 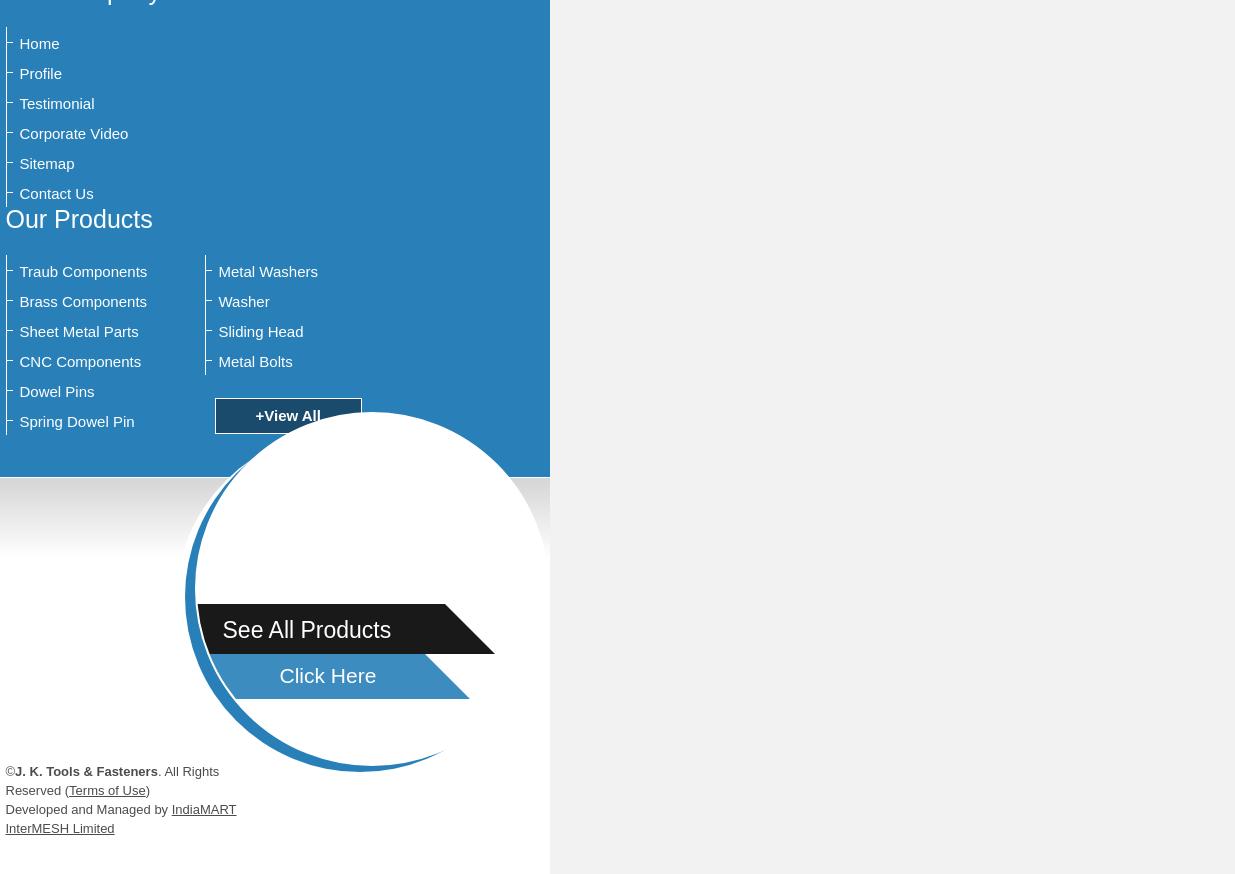 What do you see at coordinates (3, 780) in the screenshot?
I see `'.  All Rights Reserved ('` at bounding box center [3, 780].